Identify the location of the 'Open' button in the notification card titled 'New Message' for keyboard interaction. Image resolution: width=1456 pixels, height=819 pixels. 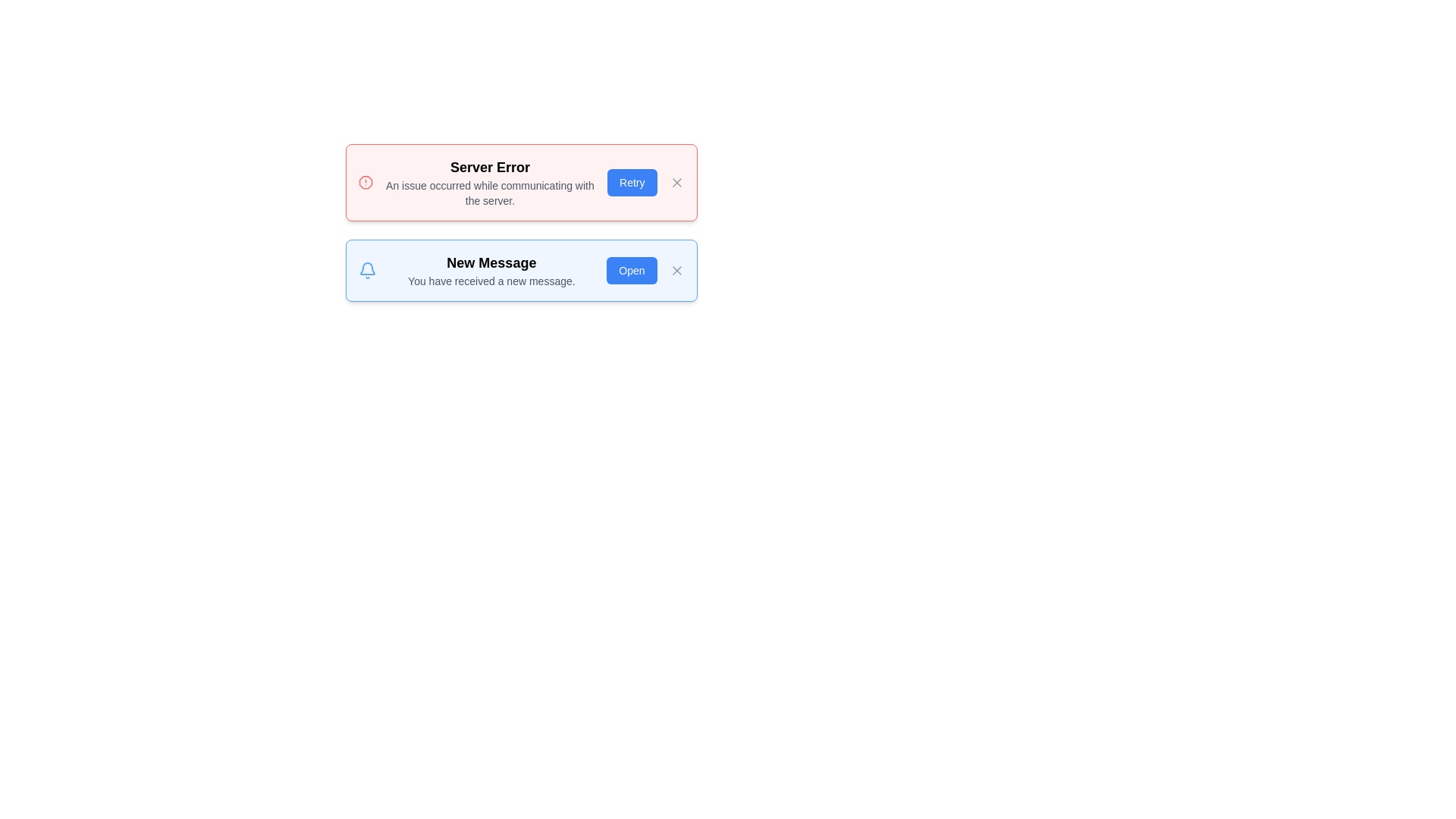
(632, 270).